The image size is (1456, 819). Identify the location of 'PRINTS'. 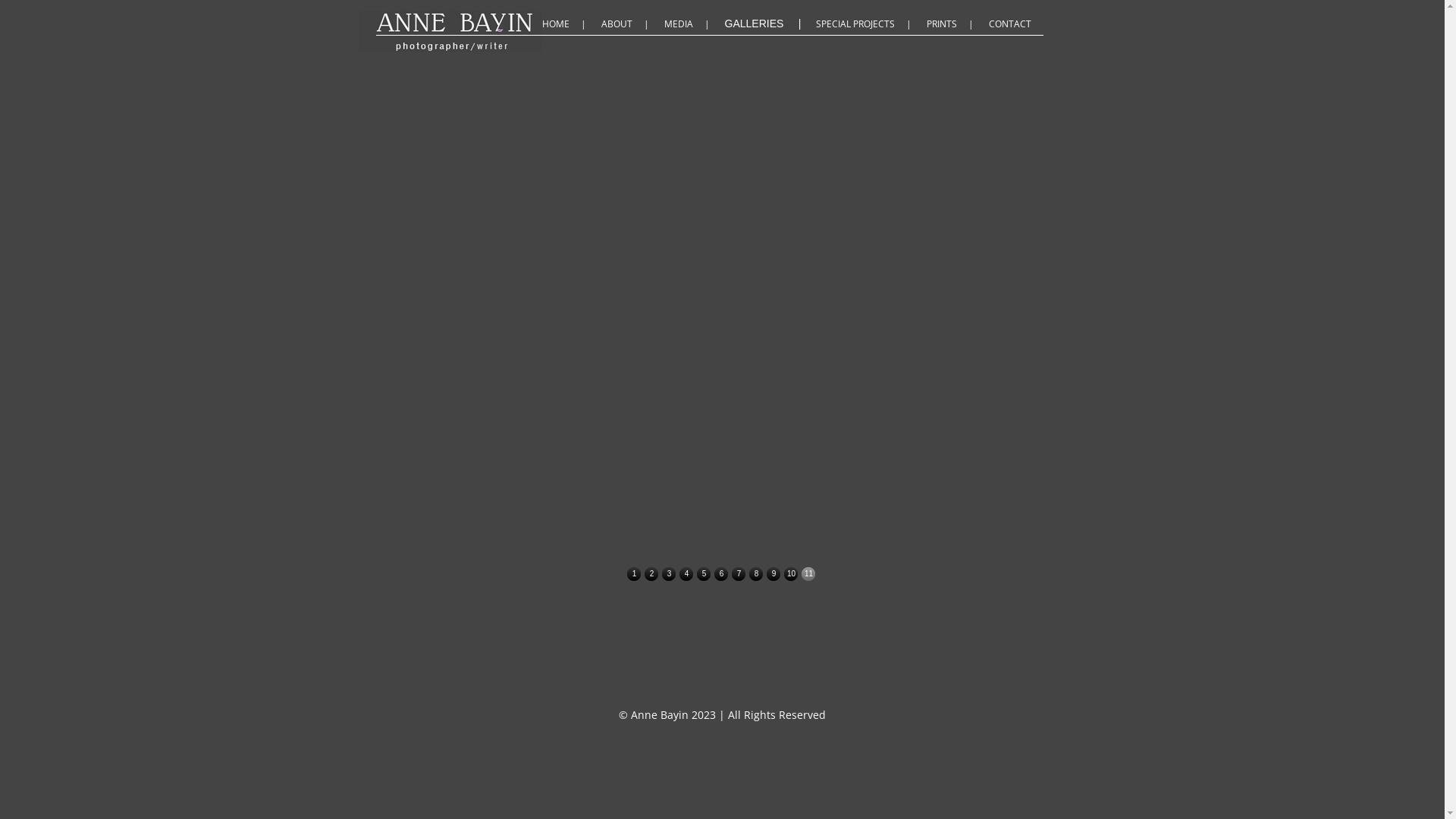
(926, 24).